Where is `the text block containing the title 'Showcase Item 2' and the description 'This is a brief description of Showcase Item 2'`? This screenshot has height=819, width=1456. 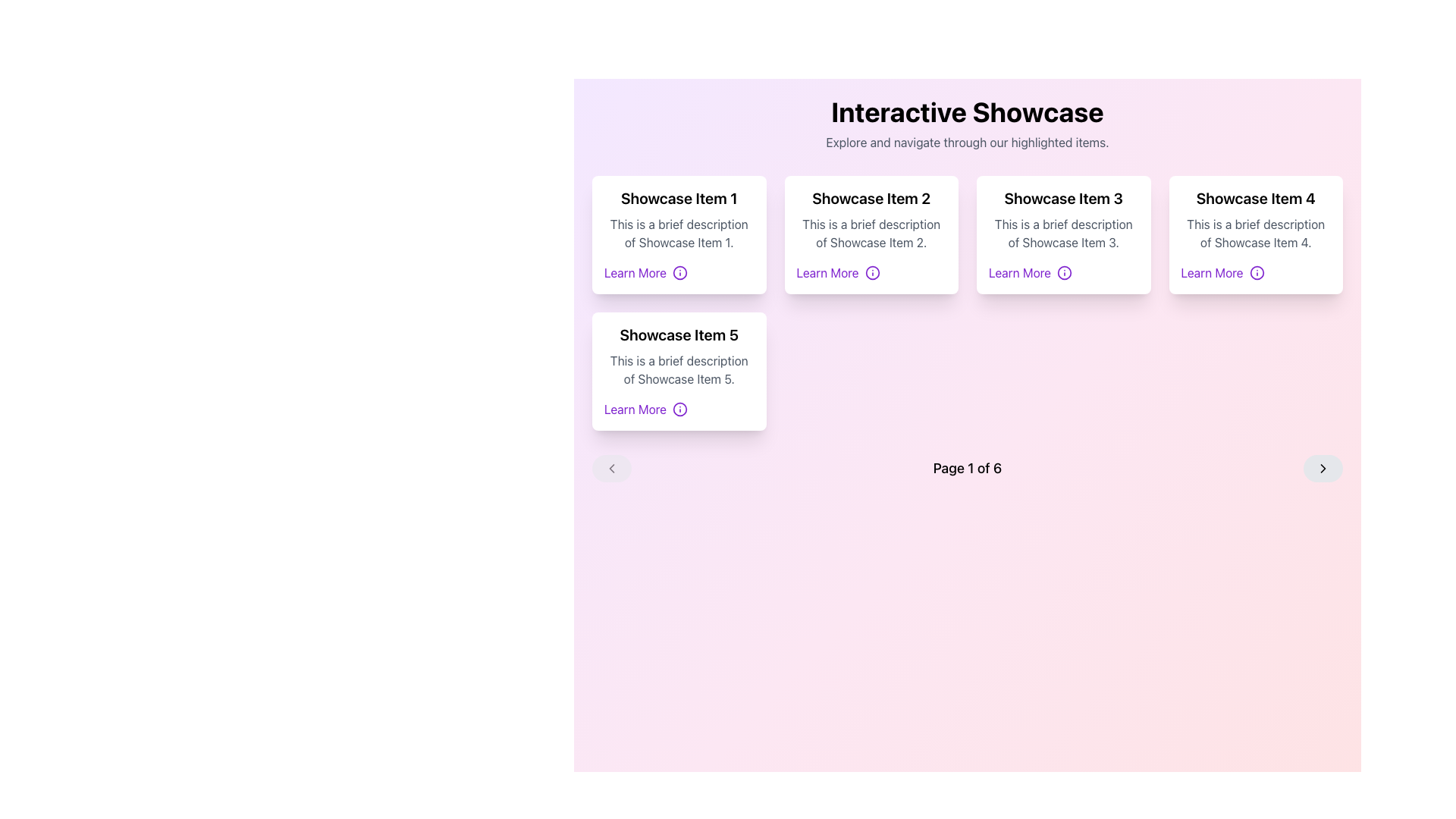 the text block containing the title 'Showcase Item 2' and the description 'This is a brief description of Showcase Item 2' is located at coordinates (871, 219).